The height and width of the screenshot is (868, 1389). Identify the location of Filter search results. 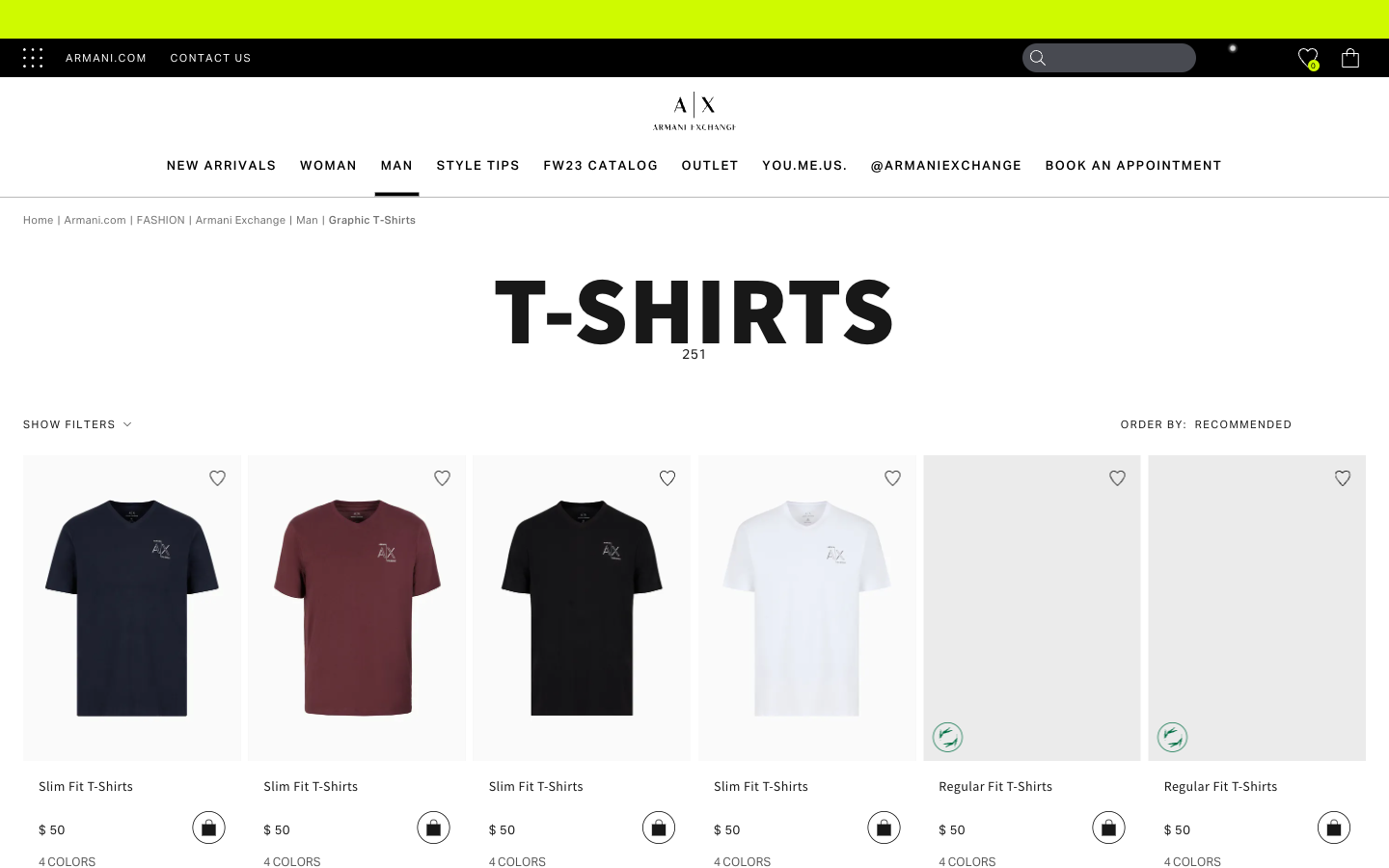
(1255, 424).